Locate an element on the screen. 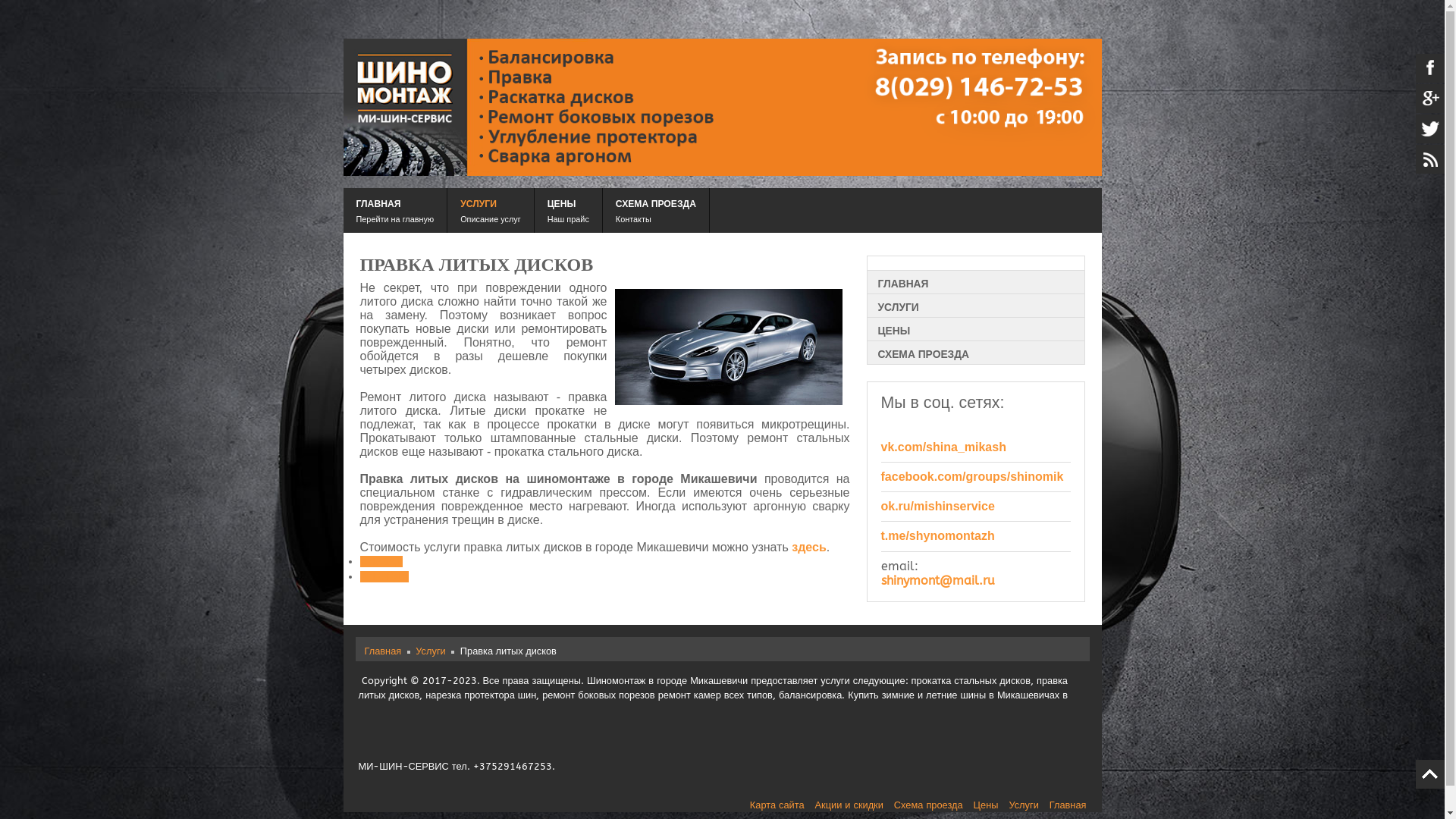  'ok.ru/mishinservice' is located at coordinates (937, 506).